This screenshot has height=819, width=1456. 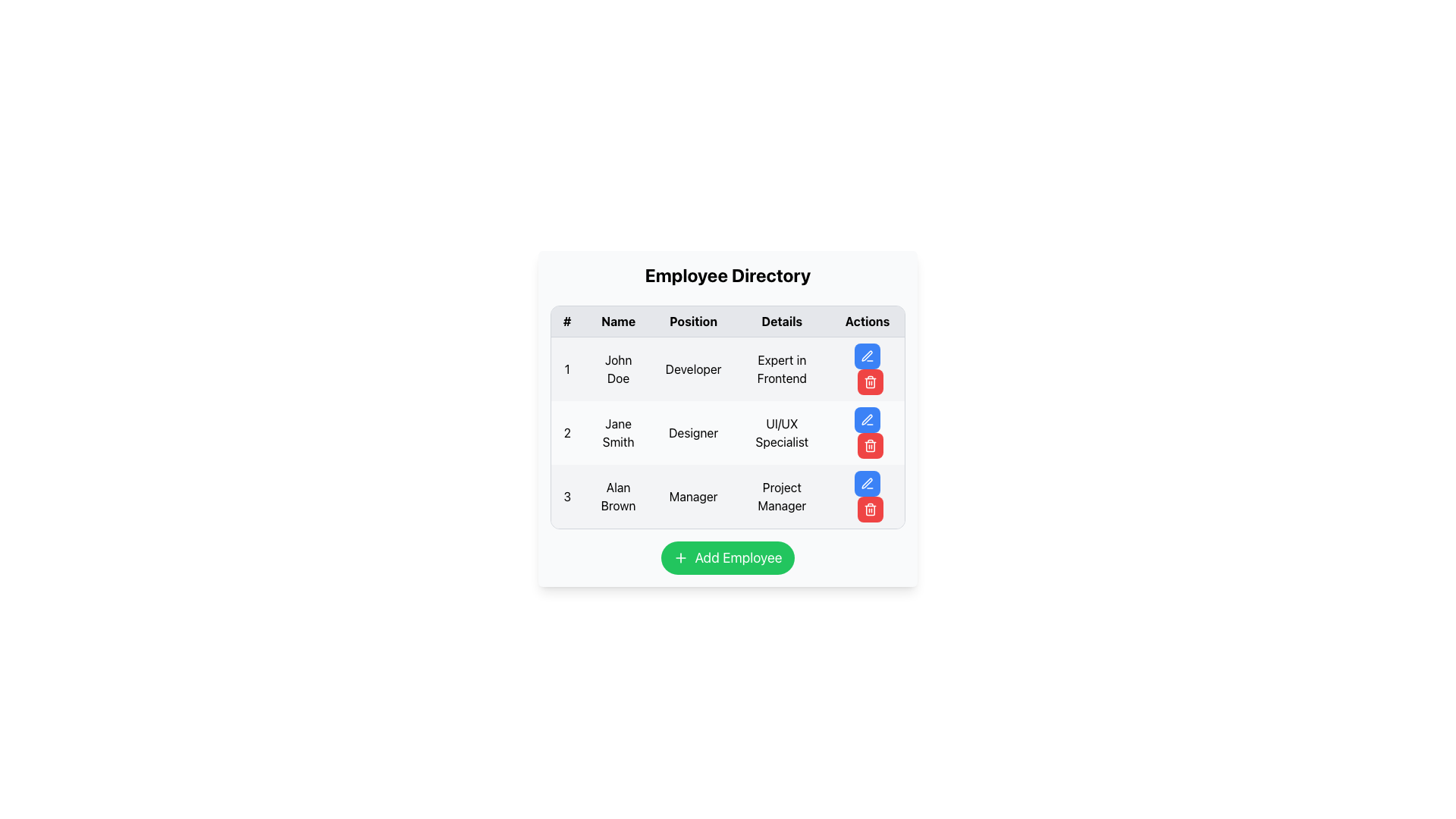 I want to click on the bold, large text heading element reading 'Employee Directory' that is centered above the employee table, so click(x=728, y=275).